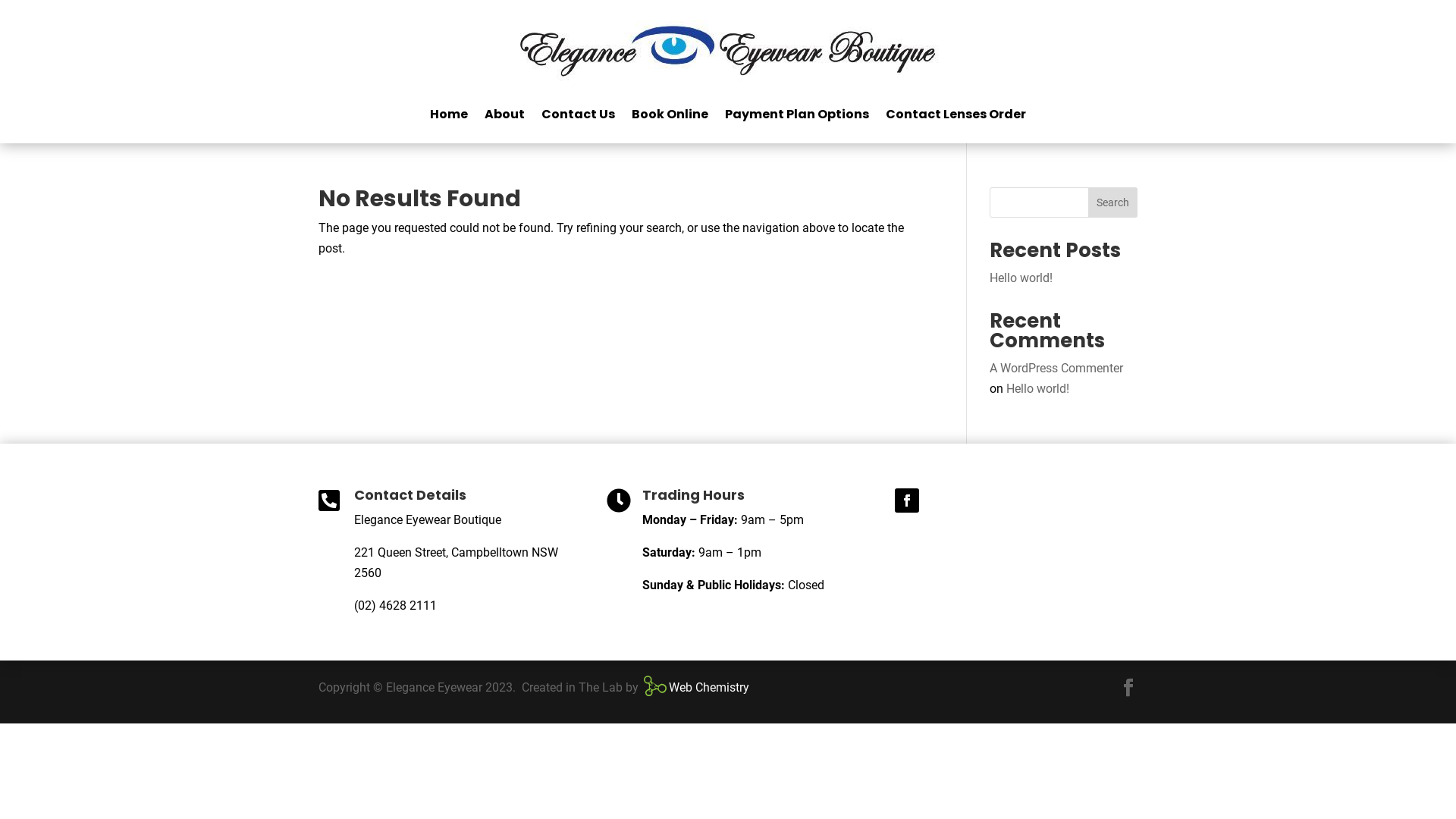 The image size is (1456, 819). I want to click on 'Book Online', so click(632, 113).